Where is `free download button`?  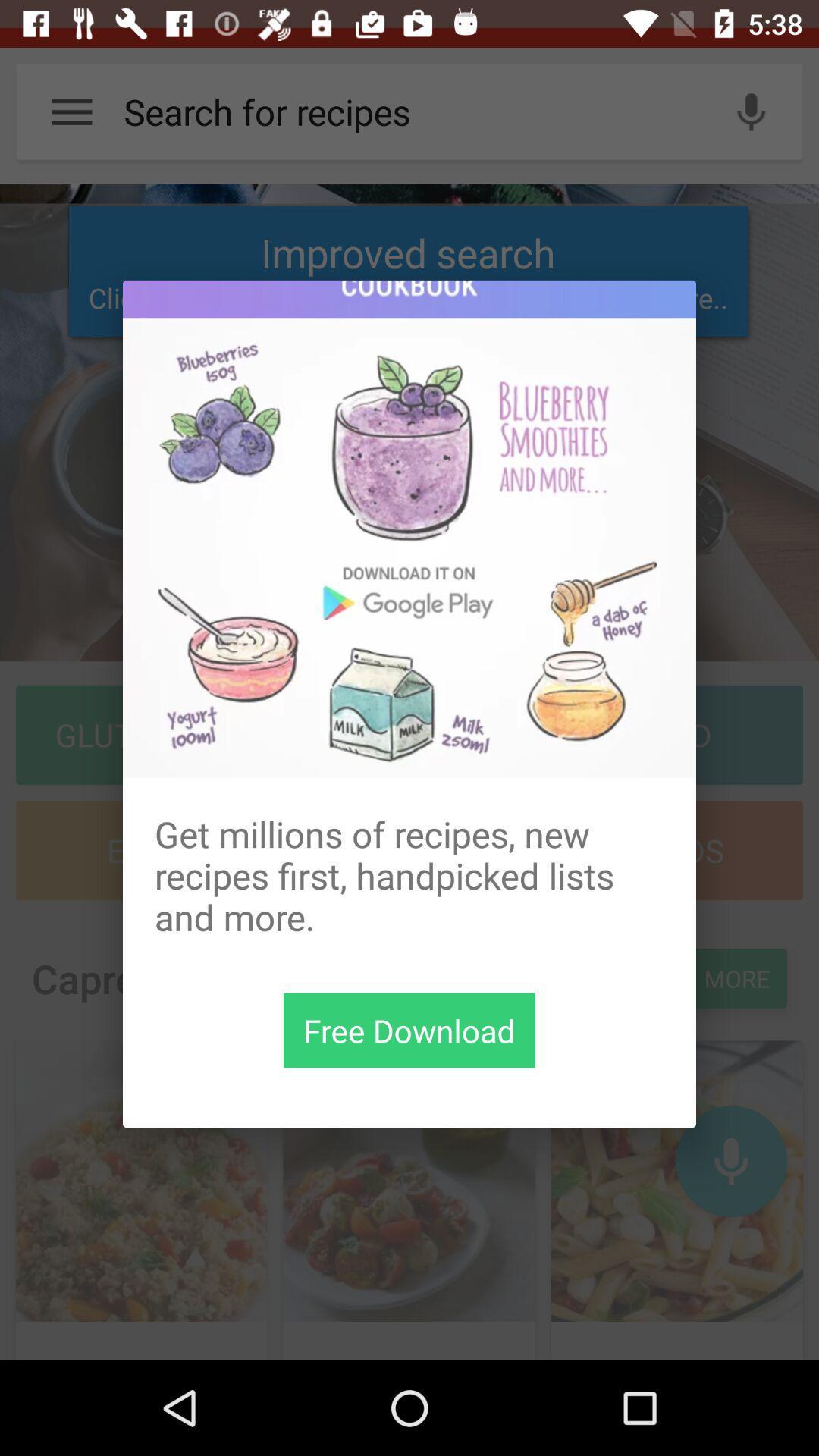 free download button is located at coordinates (409, 1030).